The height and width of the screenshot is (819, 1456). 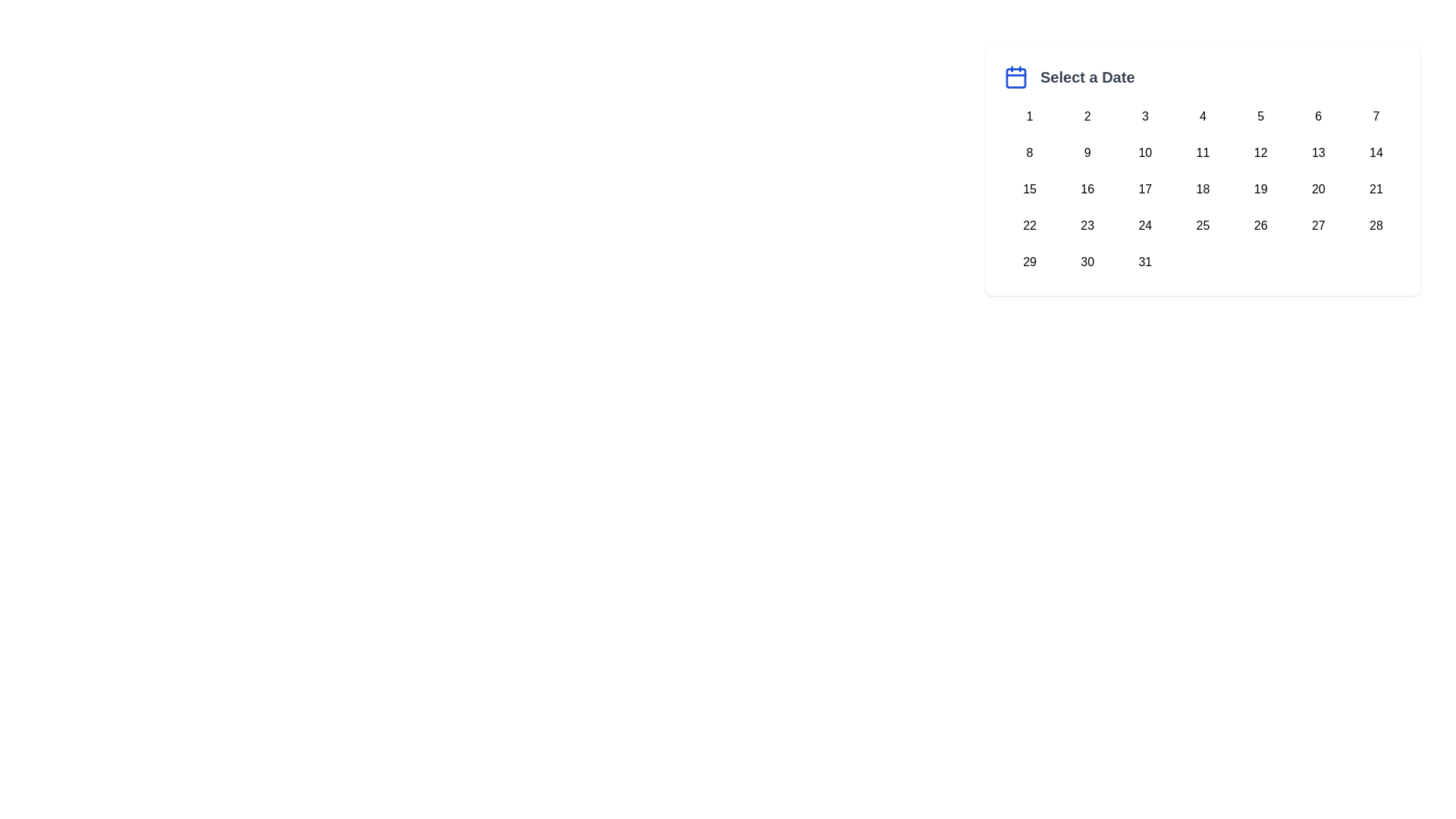 I want to click on the button representing the first day of the month in the calendar widget, so click(x=1030, y=116).